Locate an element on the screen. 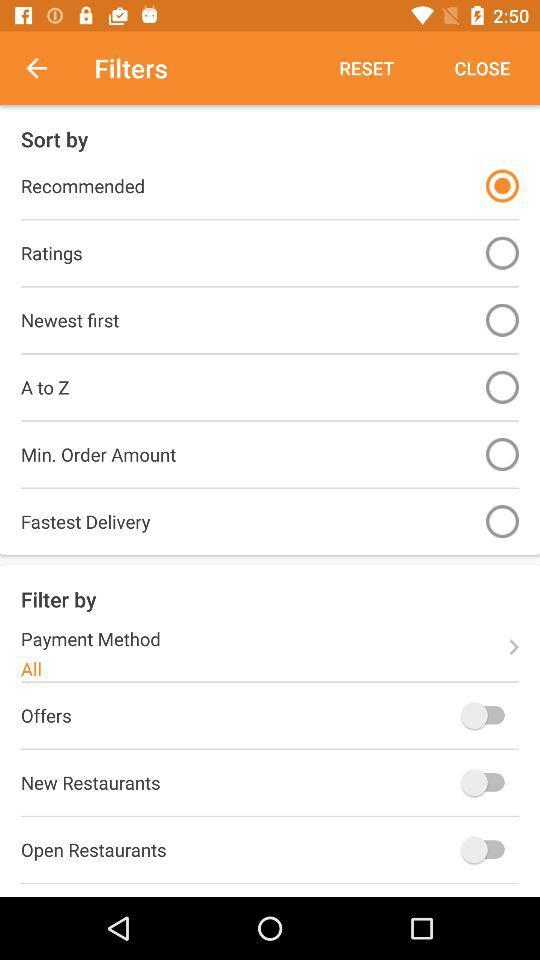  icon next to filters item is located at coordinates (47, 68).